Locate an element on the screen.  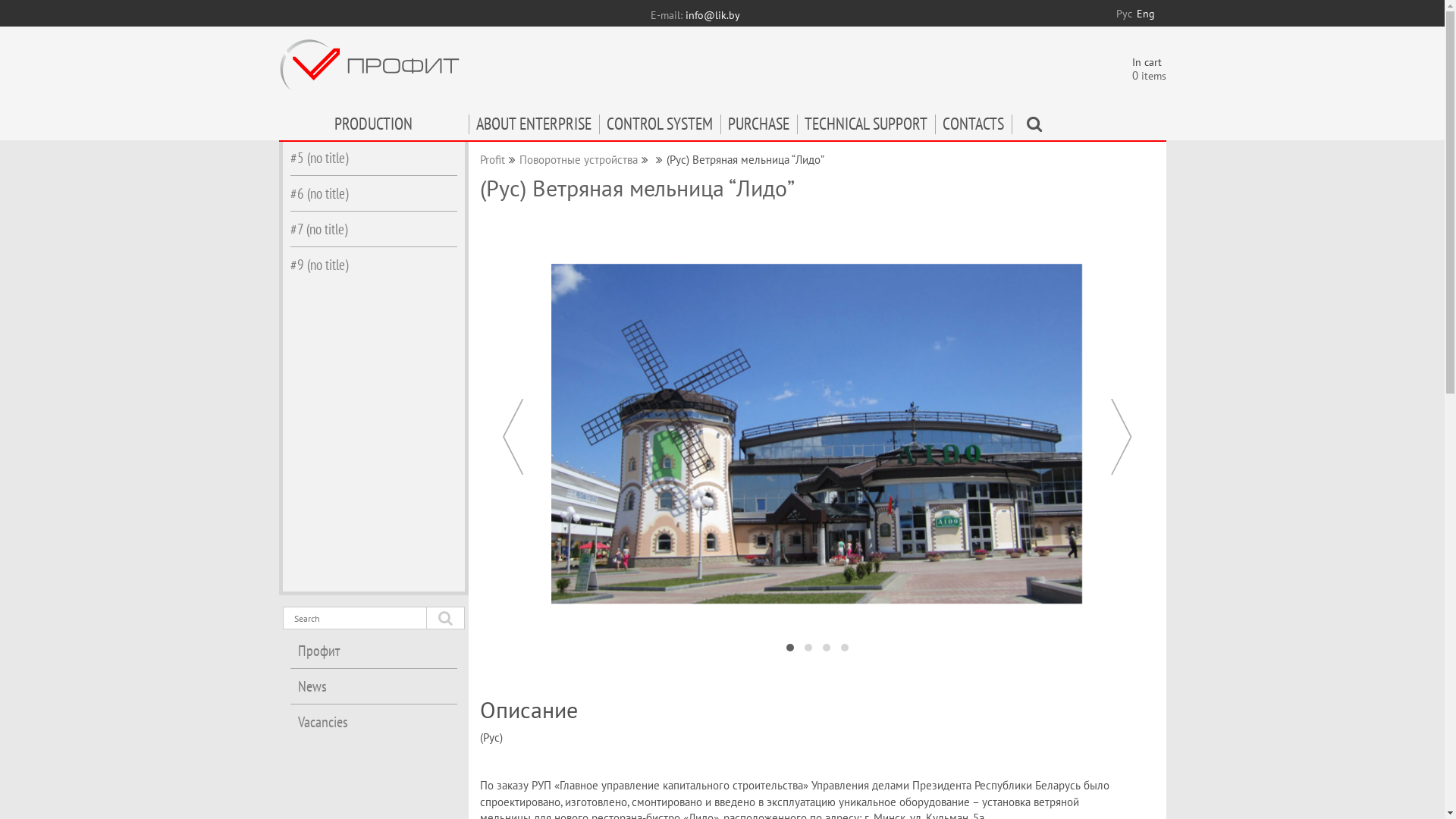
'ABOUT ENTERPRISE' is located at coordinates (468, 127).